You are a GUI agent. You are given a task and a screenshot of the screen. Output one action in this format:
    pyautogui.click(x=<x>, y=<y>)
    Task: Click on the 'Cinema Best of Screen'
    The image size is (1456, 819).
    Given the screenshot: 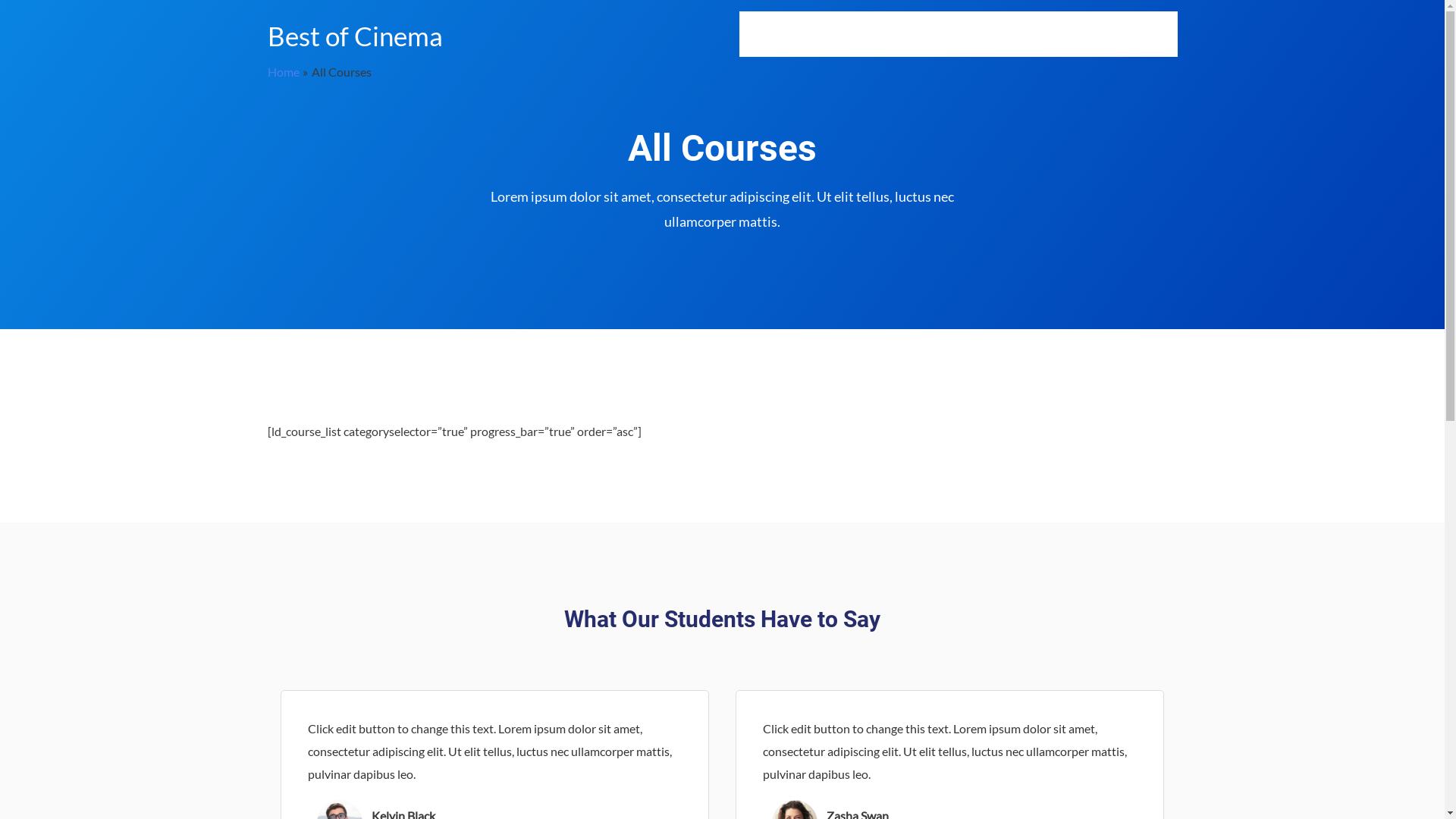 What is the action you would take?
    pyautogui.click(x=977, y=34)
    